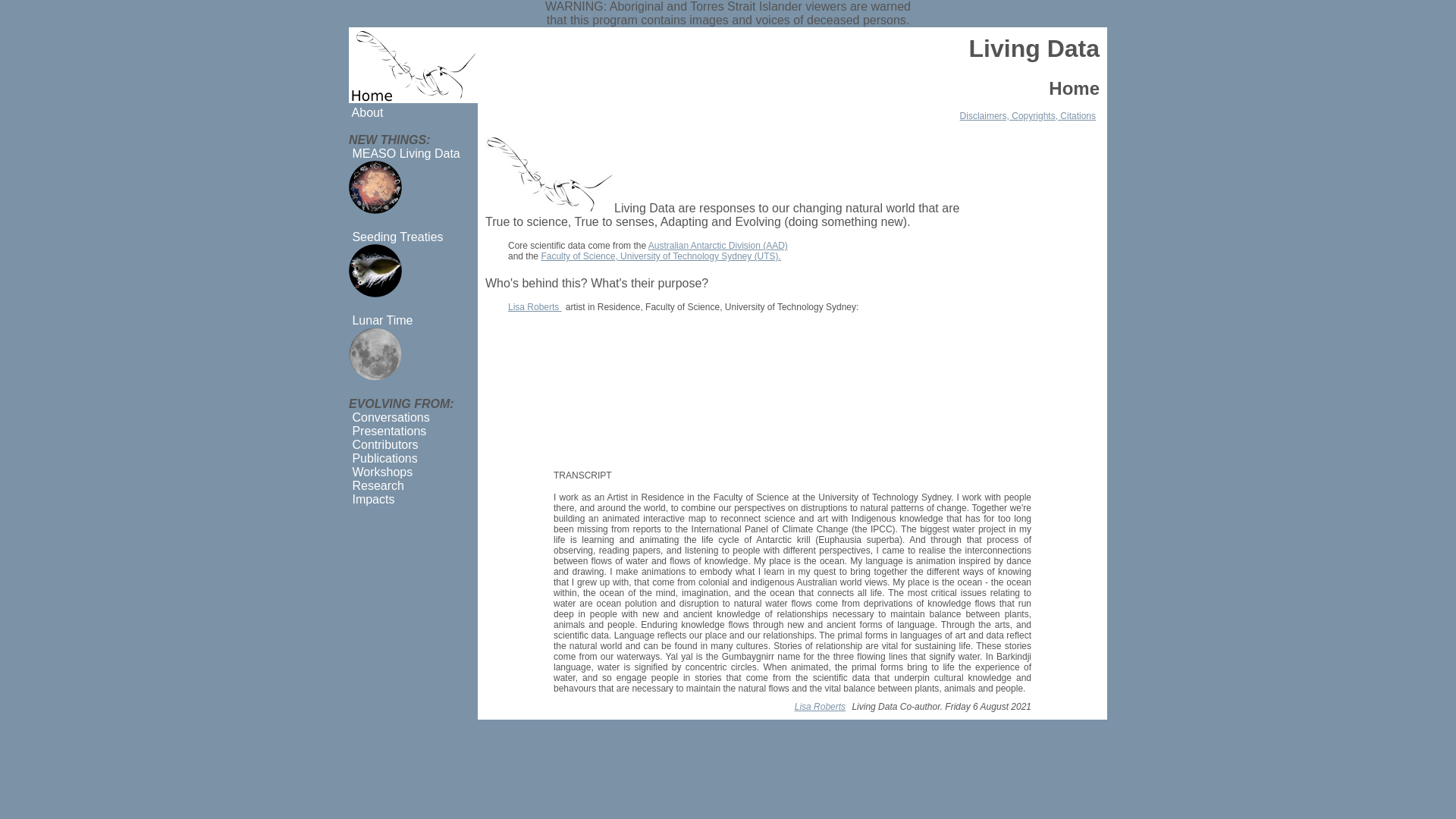 This screenshot has height=819, width=1456. Describe the element at coordinates (375, 186) in the screenshot. I see `'MEASO Living Data'` at that location.